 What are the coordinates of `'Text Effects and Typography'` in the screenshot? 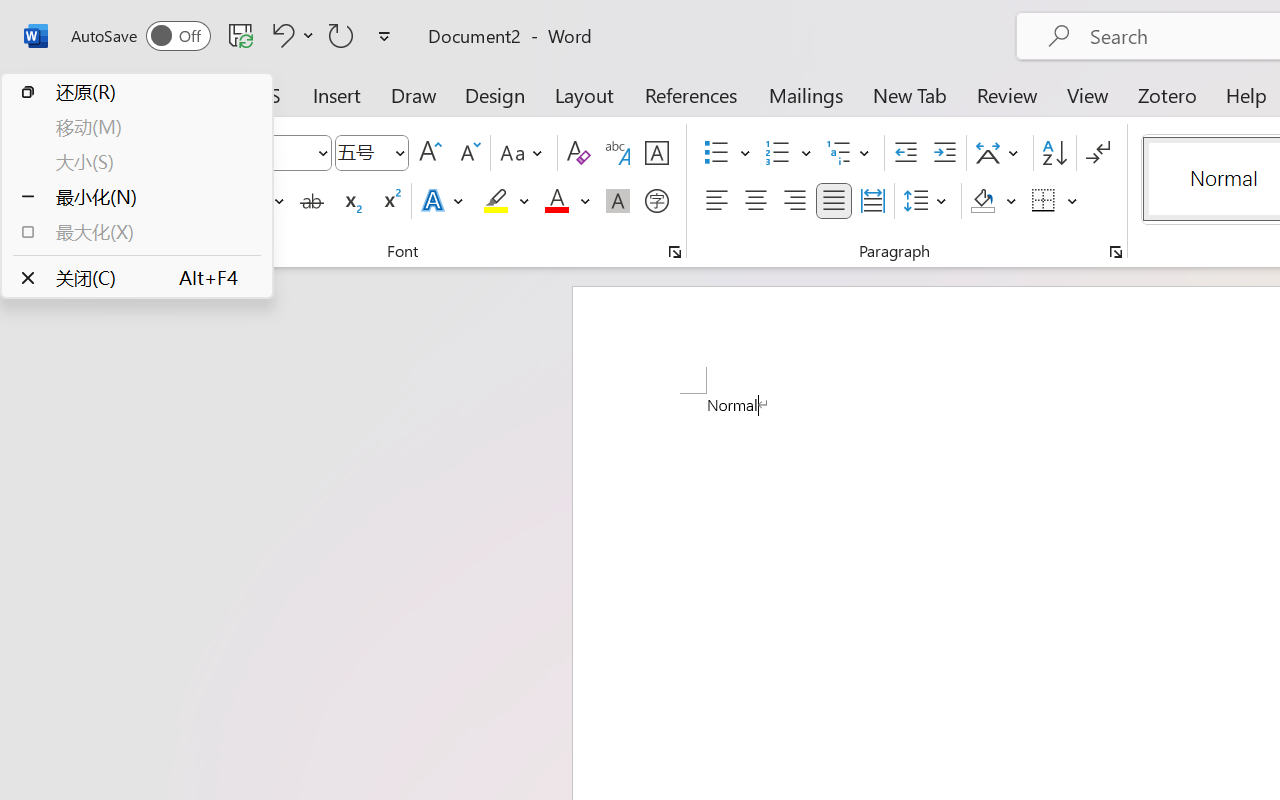 It's located at (443, 201).